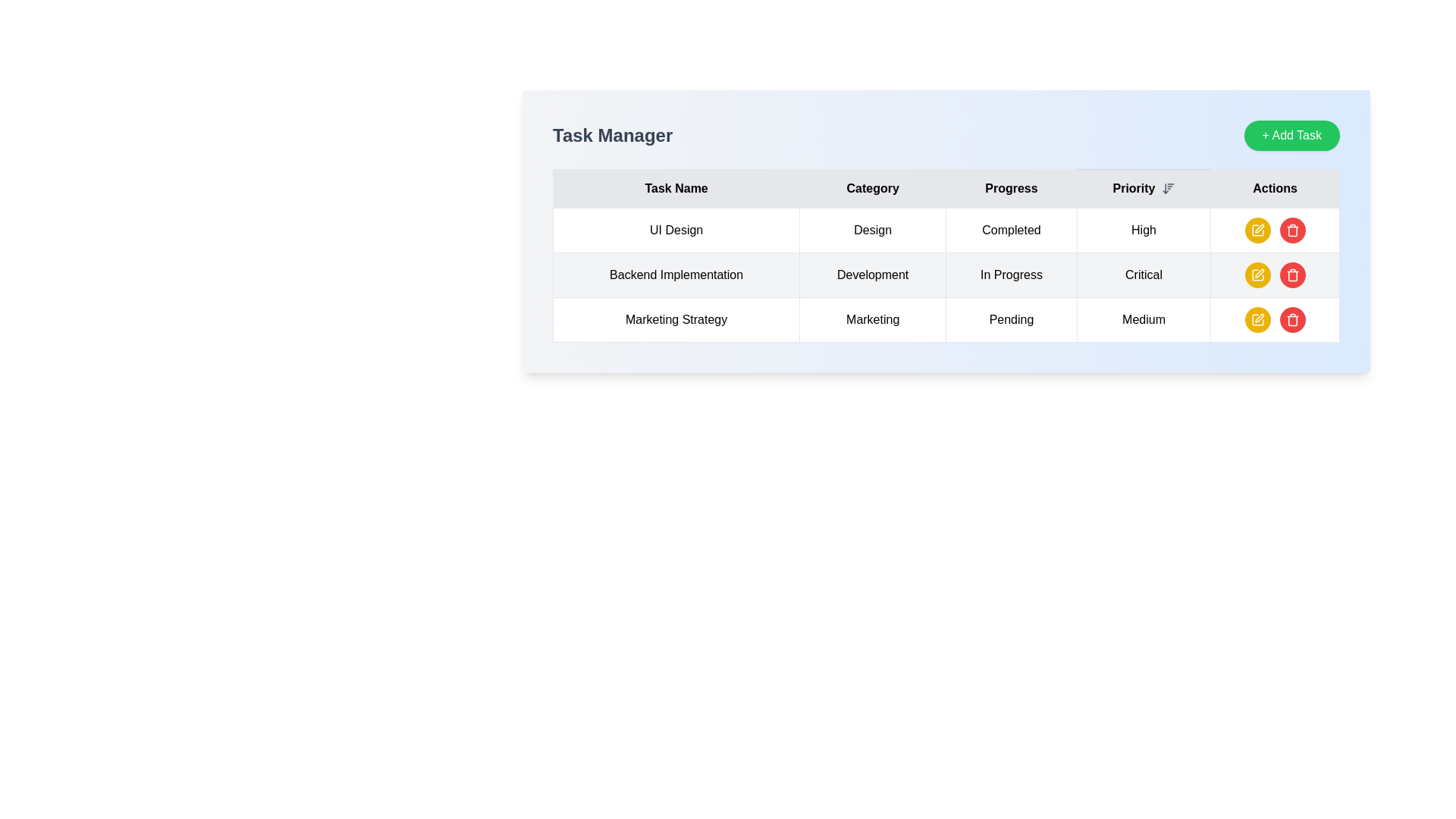 Image resolution: width=1456 pixels, height=819 pixels. I want to click on the 'Completed' status text label in the 'Progress' column of the first row of the table, associated with the task 'UI Design', so click(1012, 231).